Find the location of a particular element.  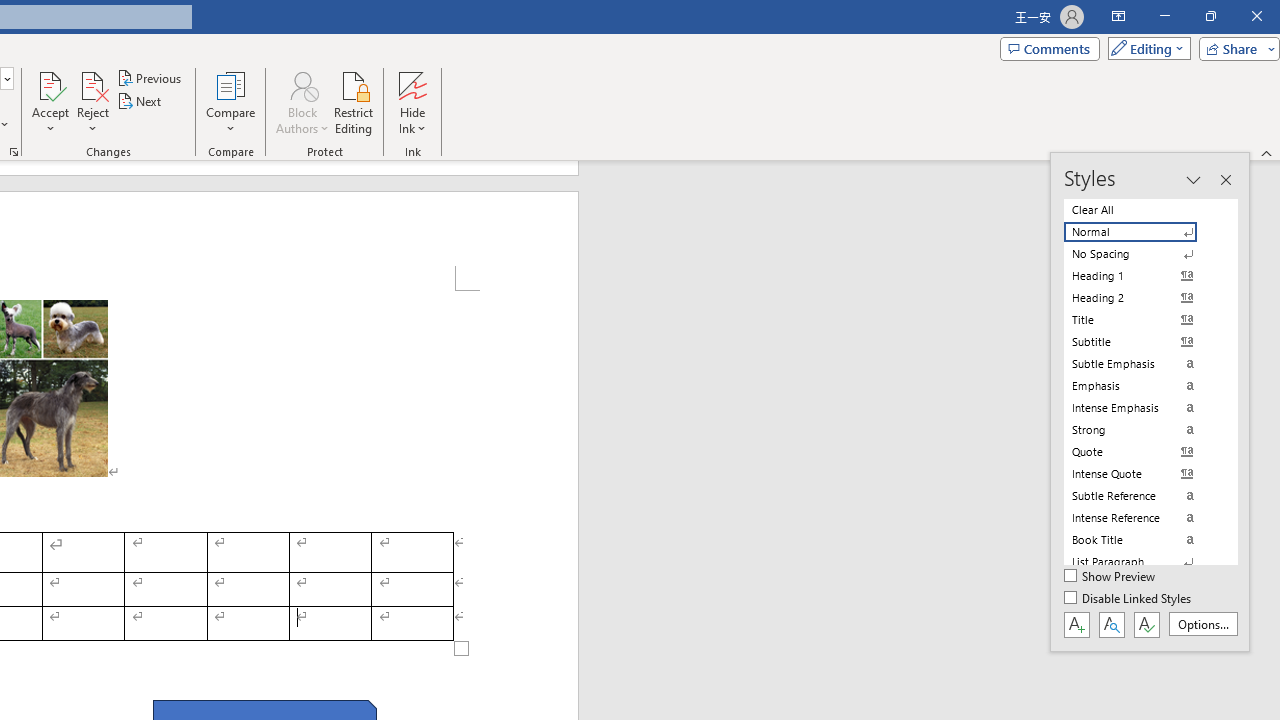

'Intense Emphasis' is located at coordinates (1142, 406).